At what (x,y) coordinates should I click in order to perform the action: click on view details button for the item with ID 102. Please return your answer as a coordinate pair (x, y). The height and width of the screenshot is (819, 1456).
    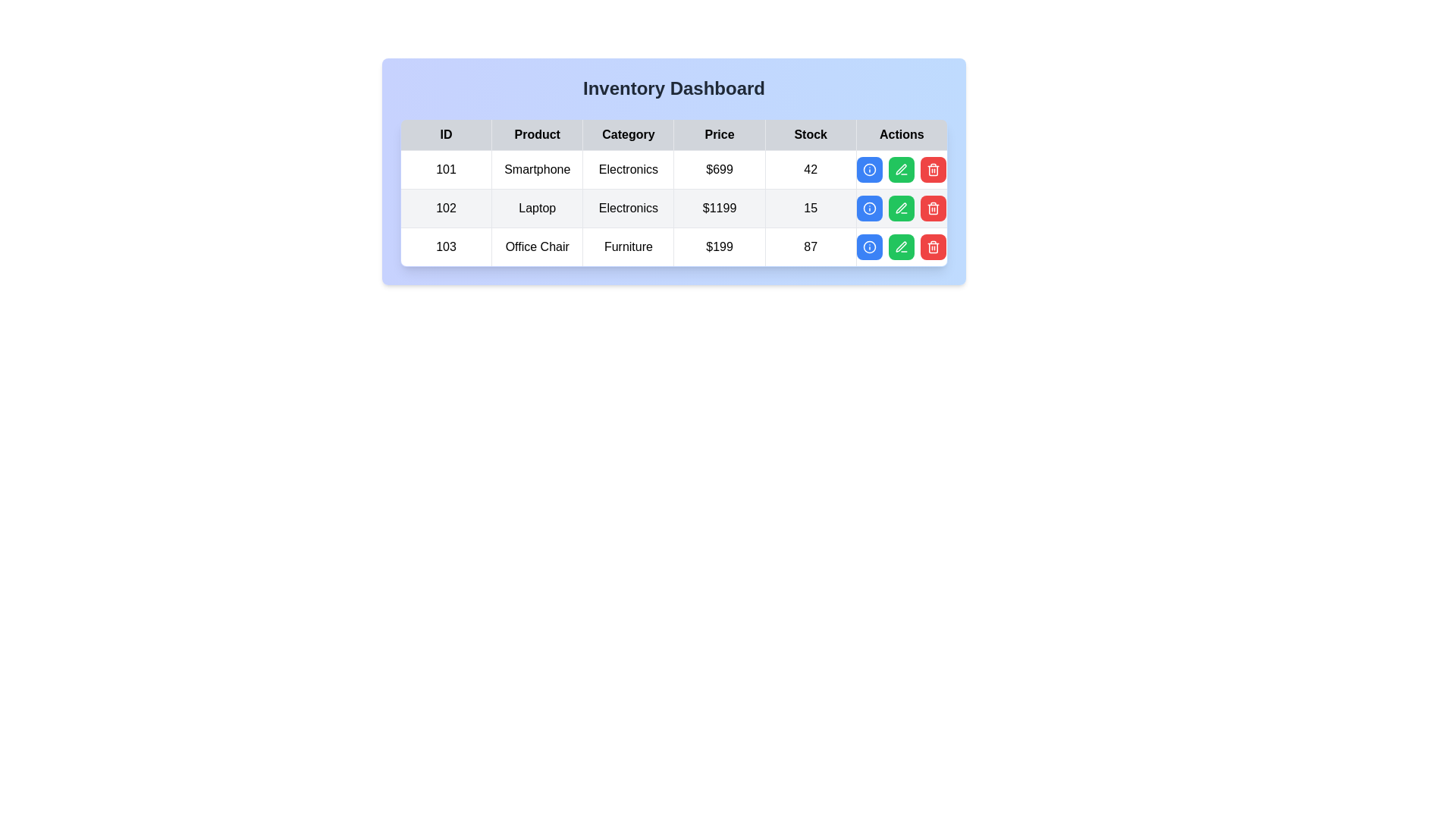
    Looking at the image, I should click on (870, 208).